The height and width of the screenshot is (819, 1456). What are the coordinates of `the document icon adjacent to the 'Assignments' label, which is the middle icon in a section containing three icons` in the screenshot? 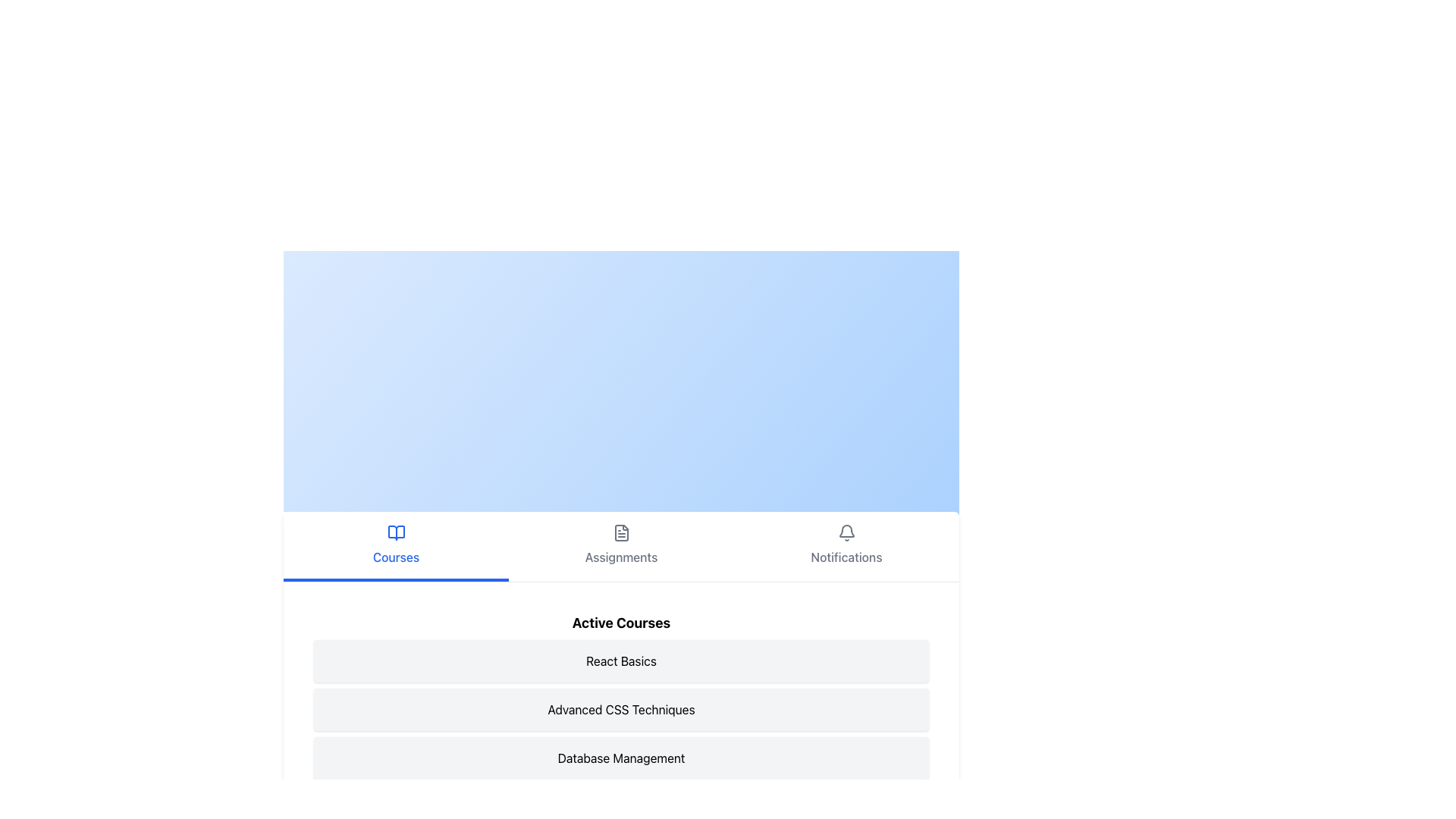 It's located at (621, 532).